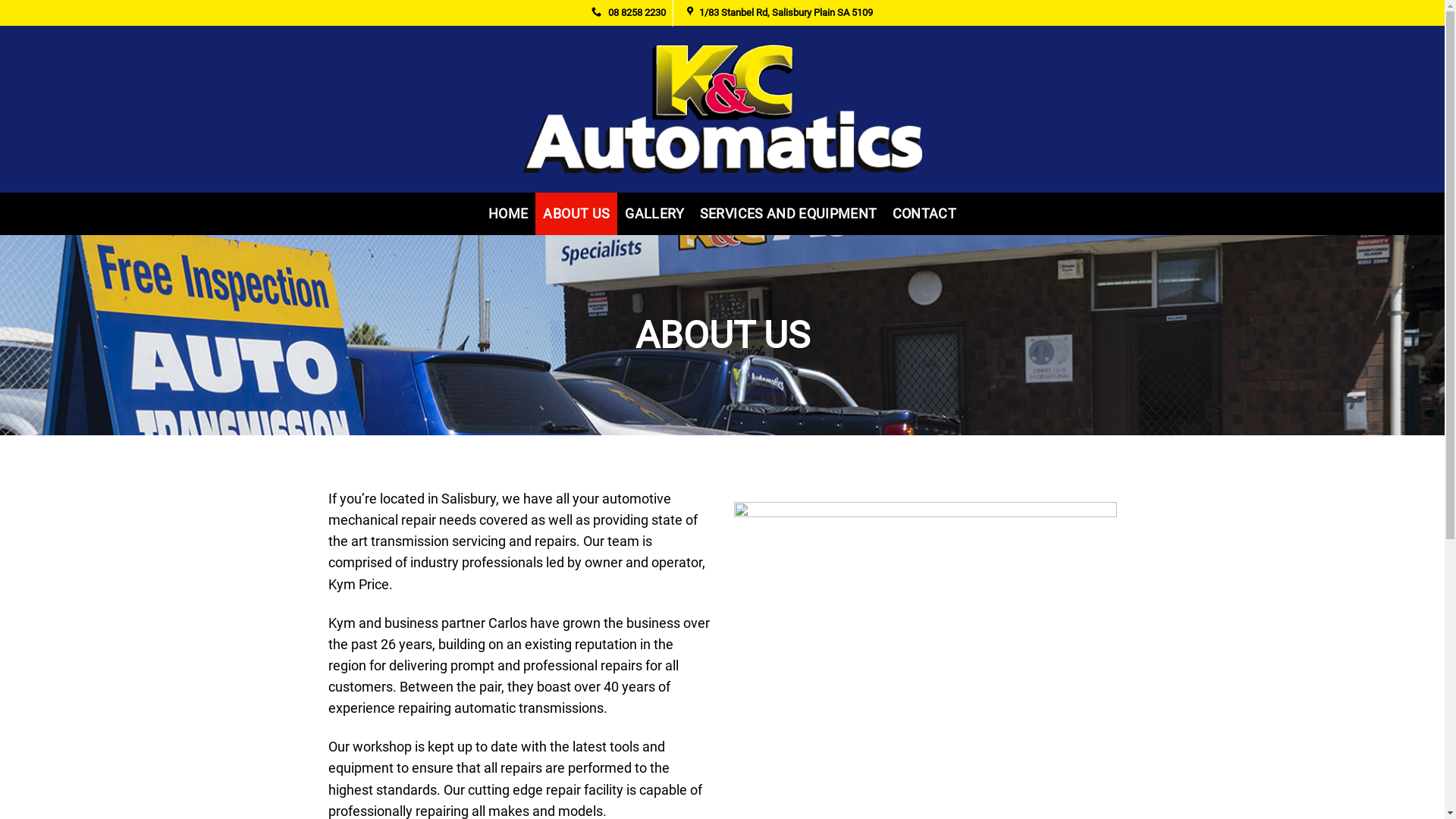 The image size is (1456, 819). Describe the element at coordinates (508, 213) in the screenshot. I see `'HOME'` at that location.